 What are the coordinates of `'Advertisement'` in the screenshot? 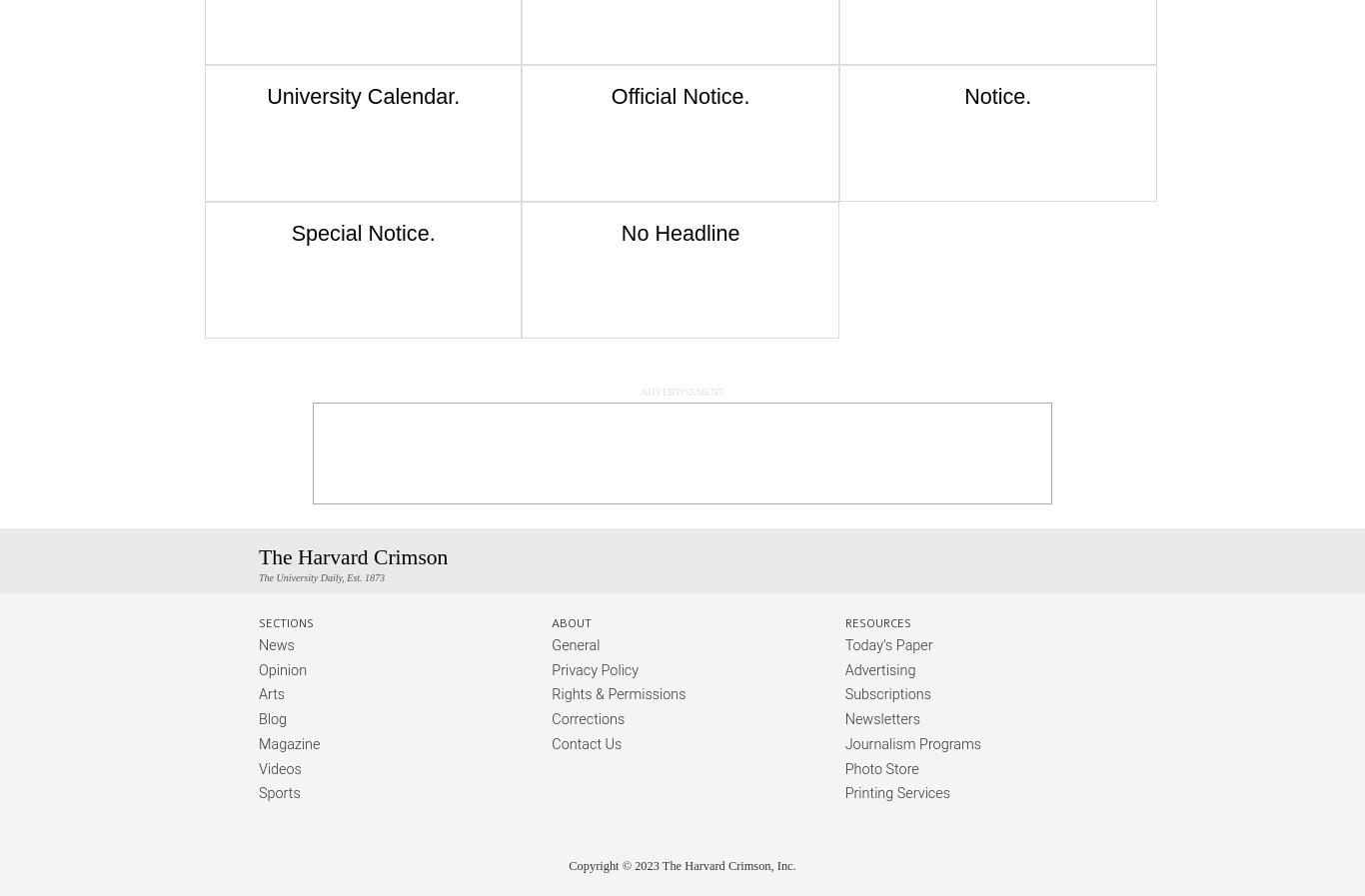 It's located at (681, 391).